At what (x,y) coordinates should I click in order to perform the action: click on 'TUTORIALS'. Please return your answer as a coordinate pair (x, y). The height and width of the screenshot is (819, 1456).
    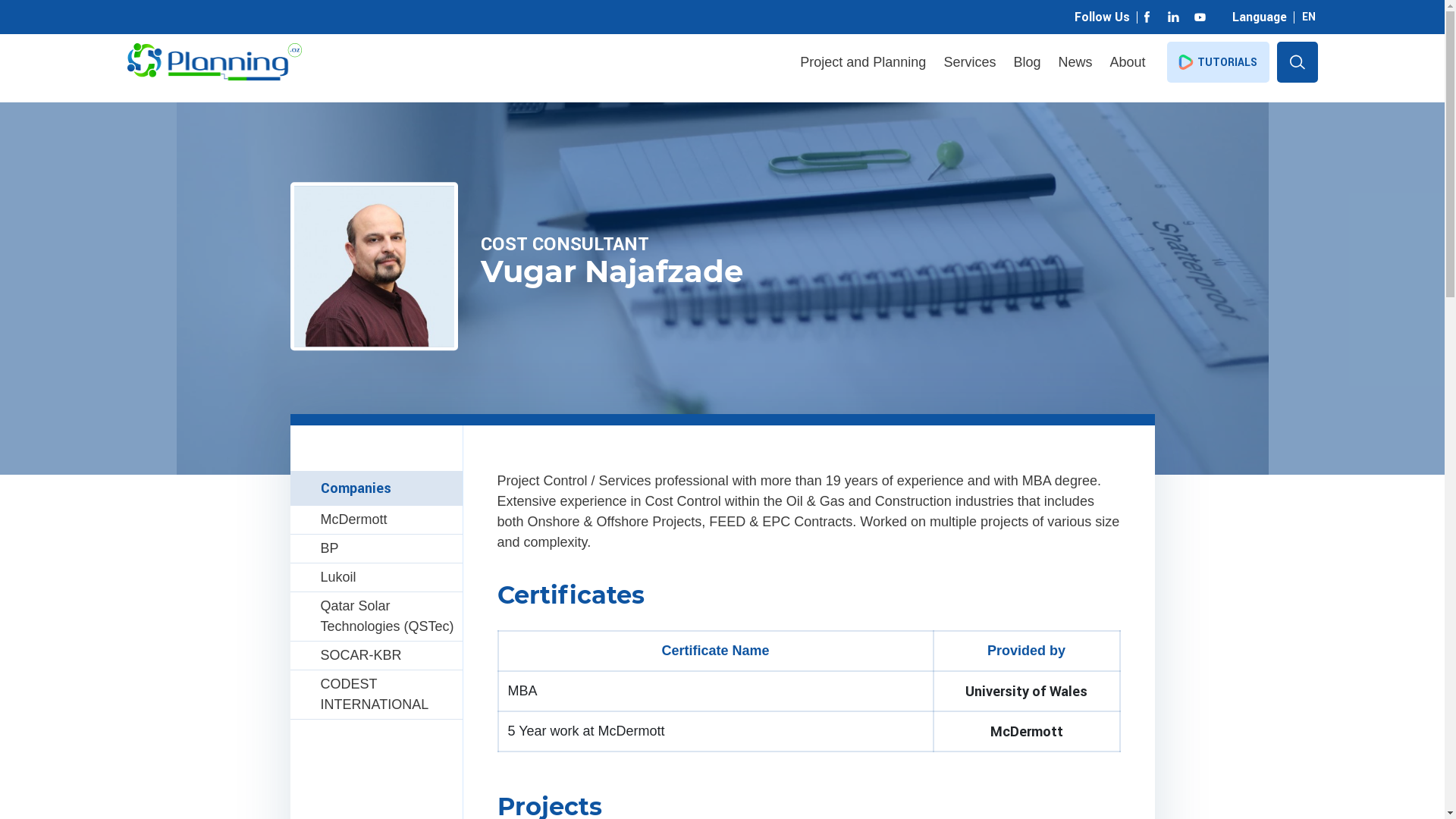
    Looking at the image, I should click on (1217, 61).